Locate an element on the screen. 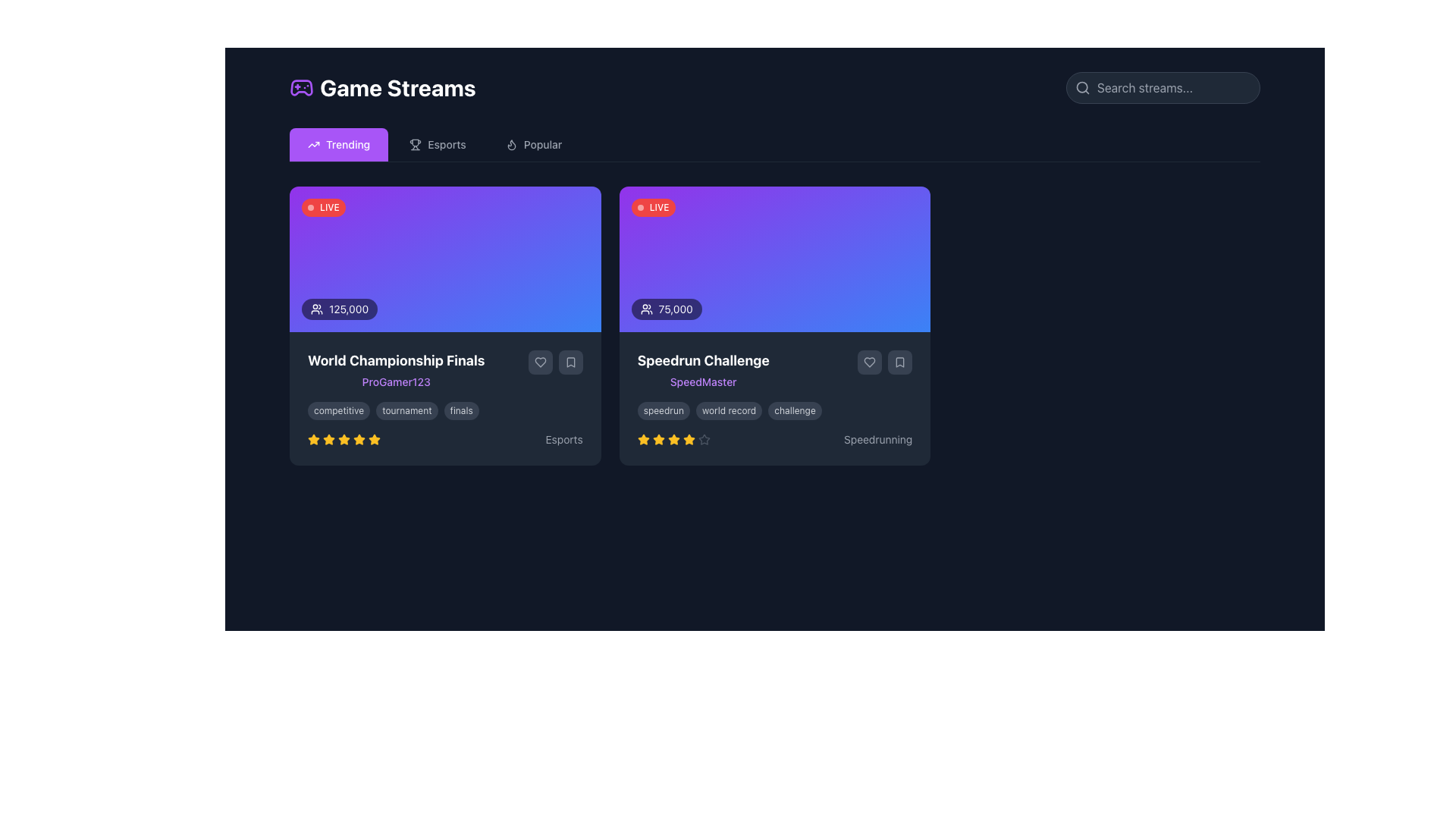 This screenshot has width=1456, height=819. the first star icon in the rating system of the 'Speedrun Challenge' card located on the right side of the interface is located at coordinates (643, 439).